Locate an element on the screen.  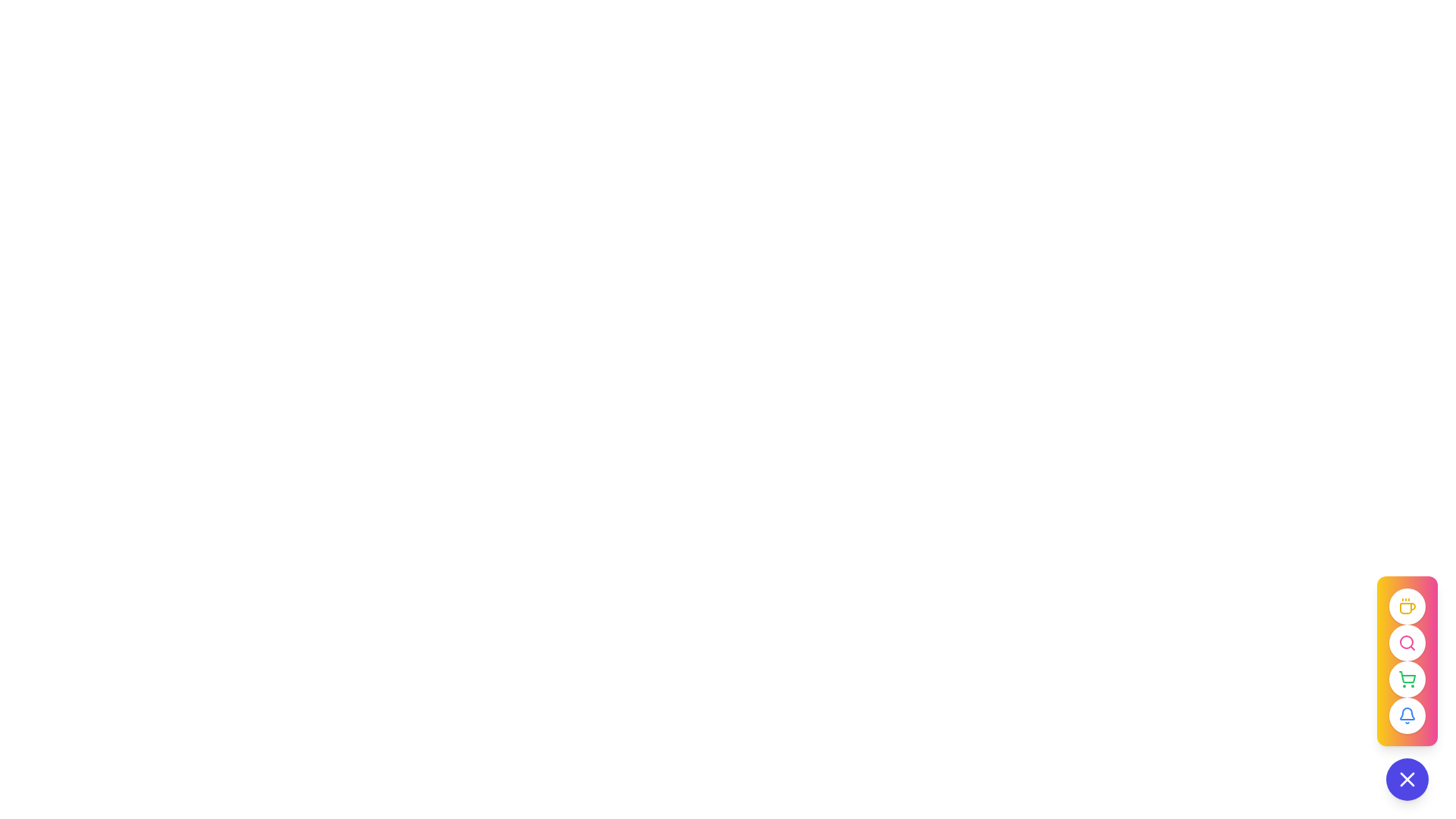
the circular button at the bottom of the vertical stack, which features a white cross-shaped icon with rounded ends on a vibrant blue background is located at coordinates (1407, 780).